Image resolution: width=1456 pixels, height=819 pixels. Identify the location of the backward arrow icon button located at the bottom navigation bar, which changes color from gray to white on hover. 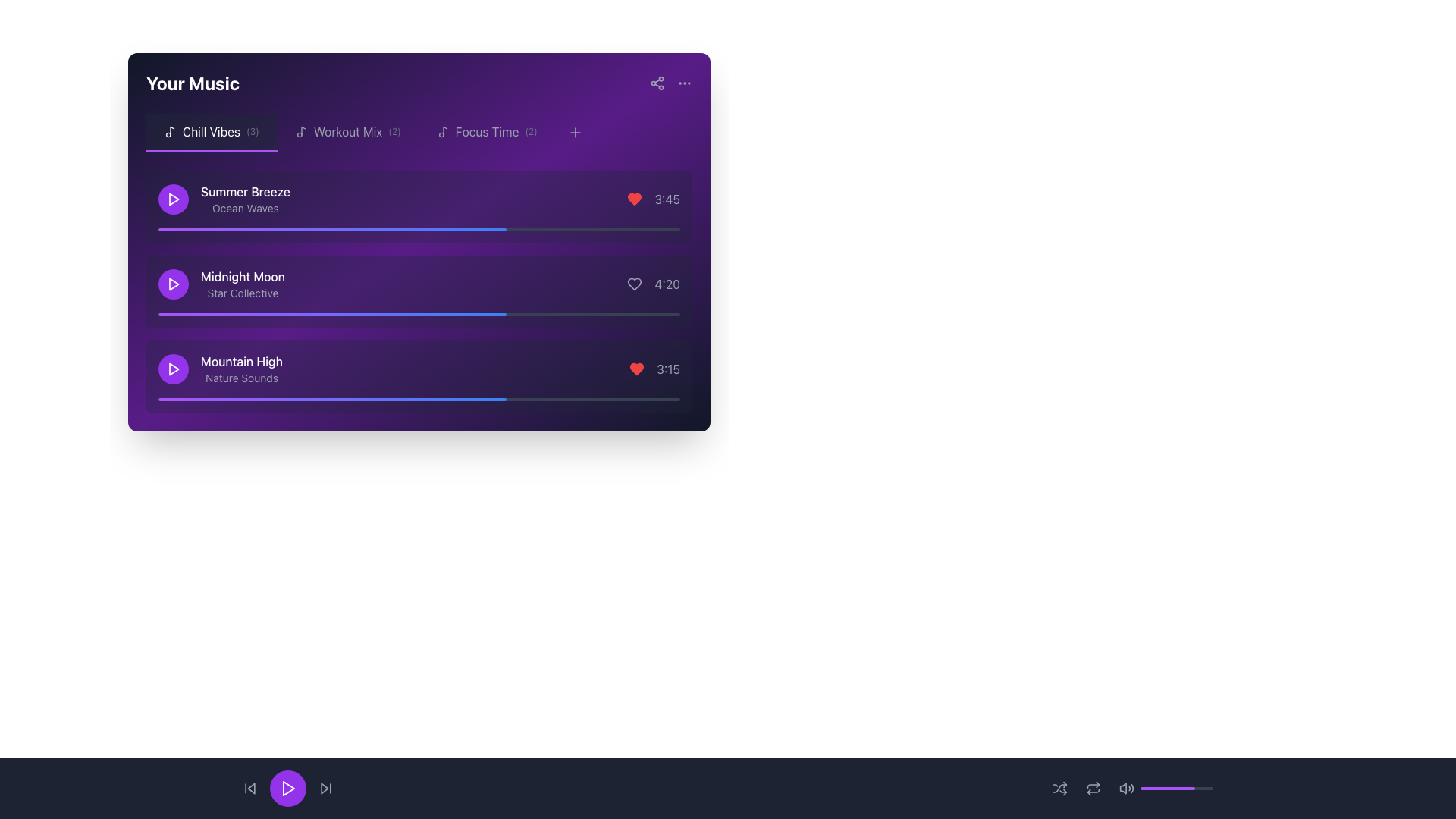
(250, 788).